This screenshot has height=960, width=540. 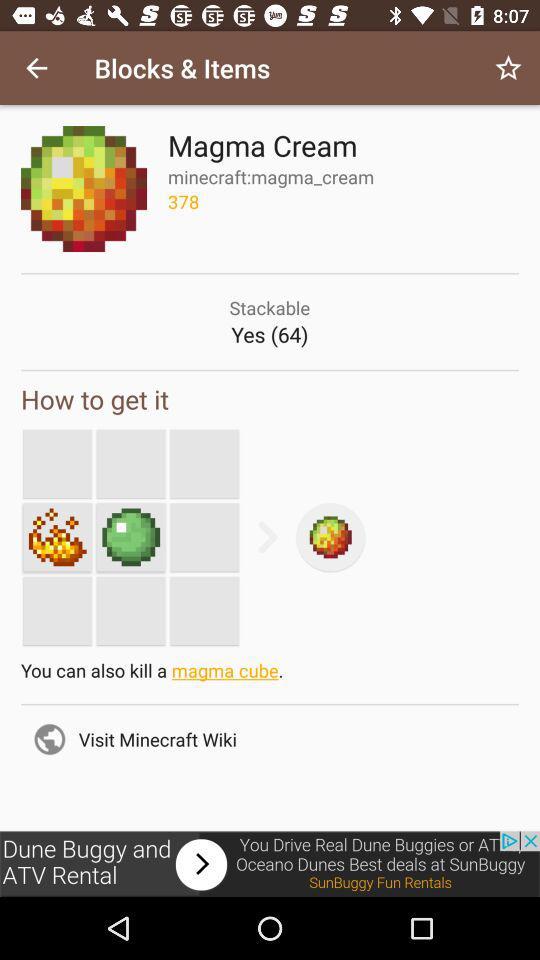 I want to click on advertisement, so click(x=270, y=863).